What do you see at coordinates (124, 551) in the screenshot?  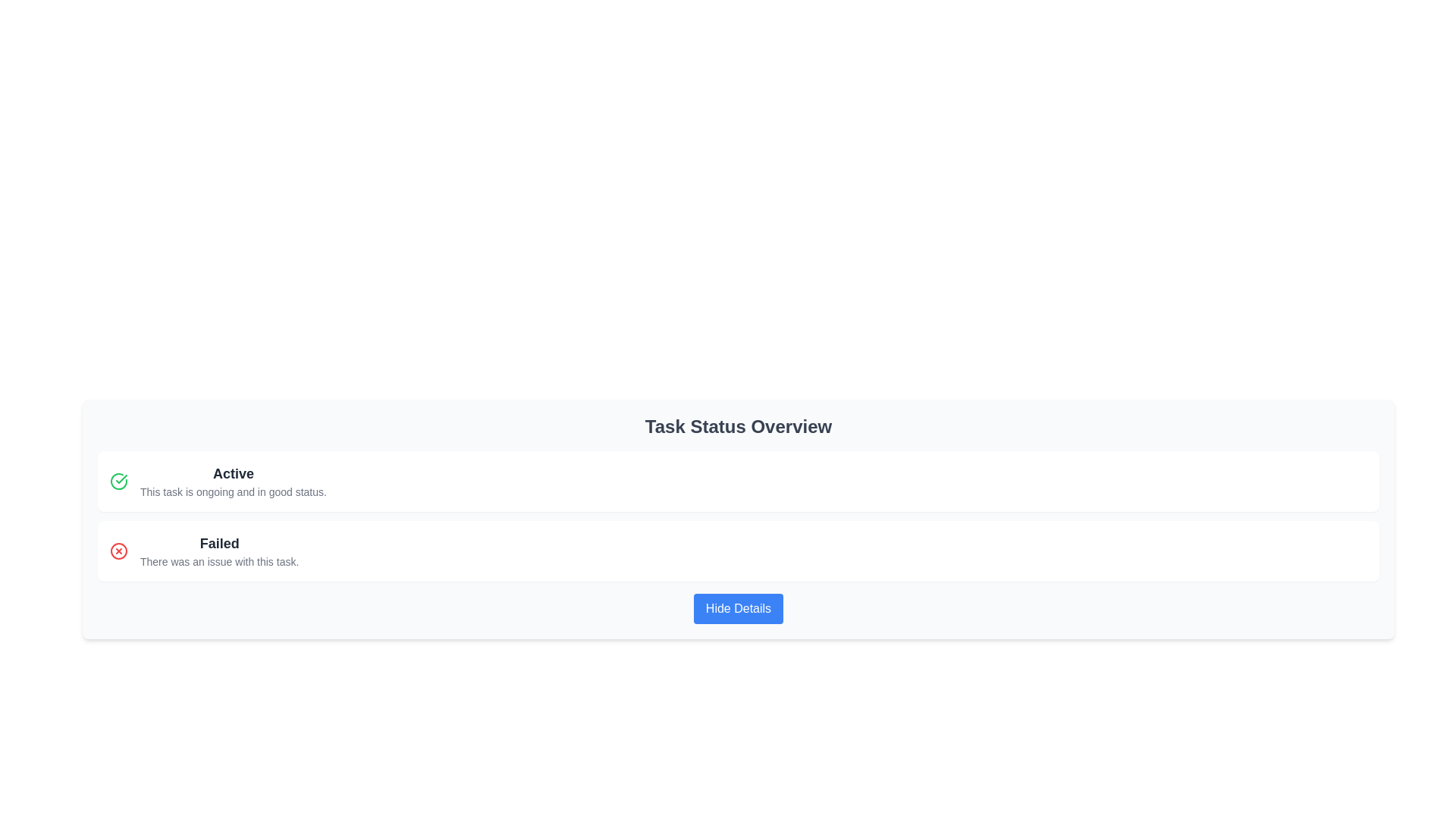 I see `attributes of the red circular icon with a white background and a red 'X' symbol, which is located immediately to the left of the text 'Failed' in the second row of the status list` at bounding box center [124, 551].